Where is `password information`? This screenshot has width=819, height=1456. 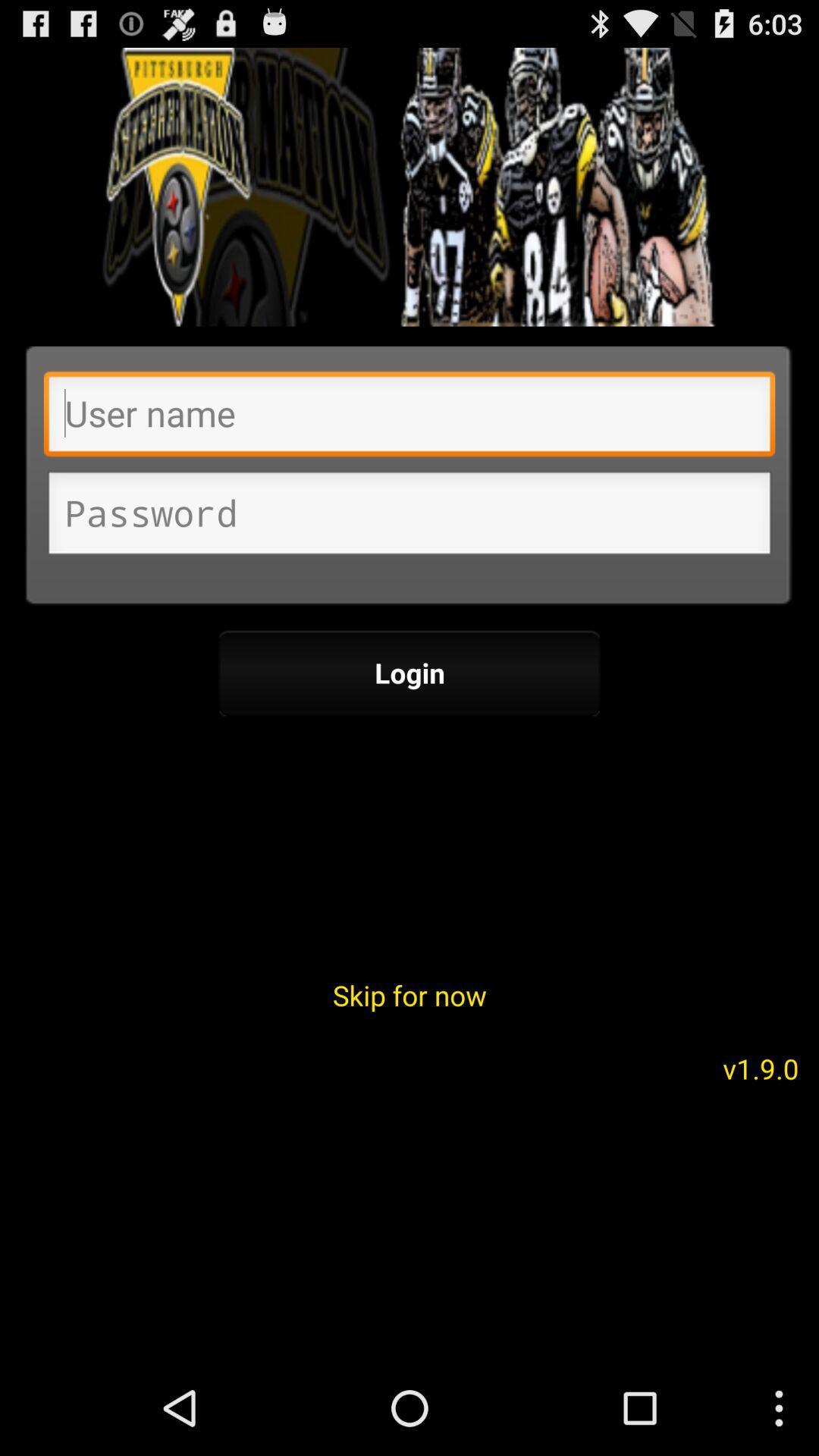 password information is located at coordinates (409, 517).